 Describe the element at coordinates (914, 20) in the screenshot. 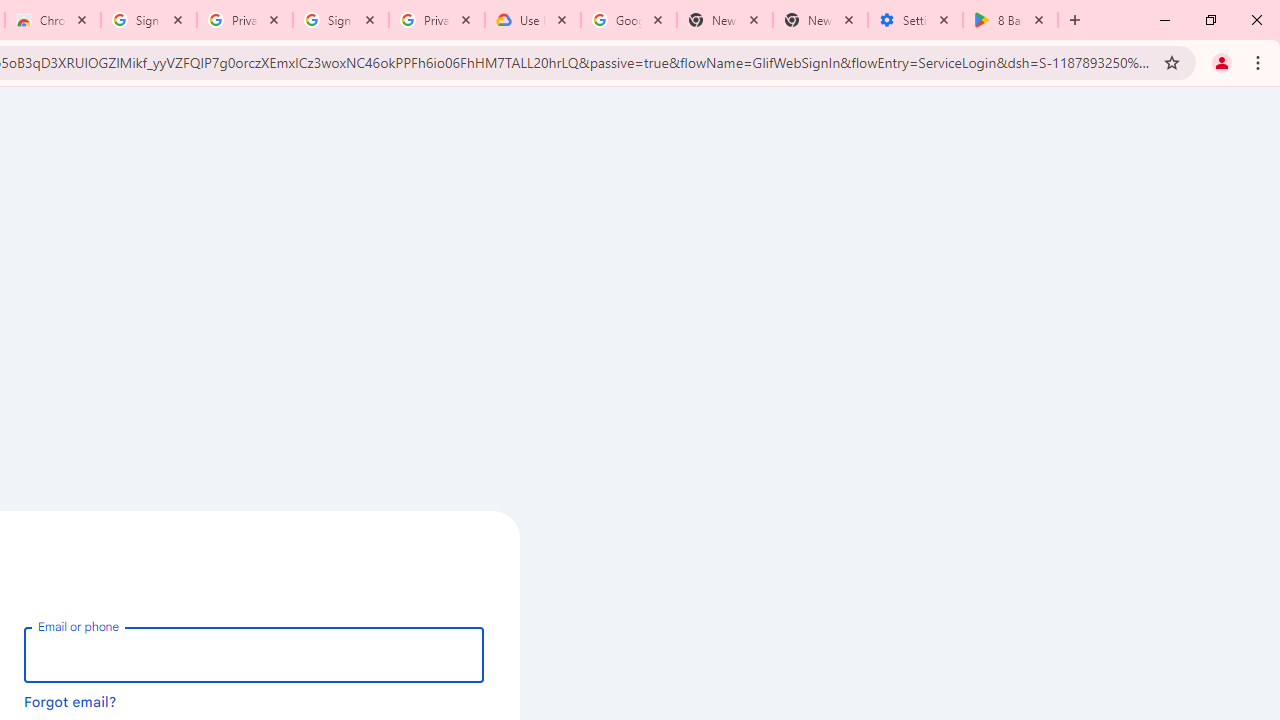

I see `'Settings - System'` at that location.